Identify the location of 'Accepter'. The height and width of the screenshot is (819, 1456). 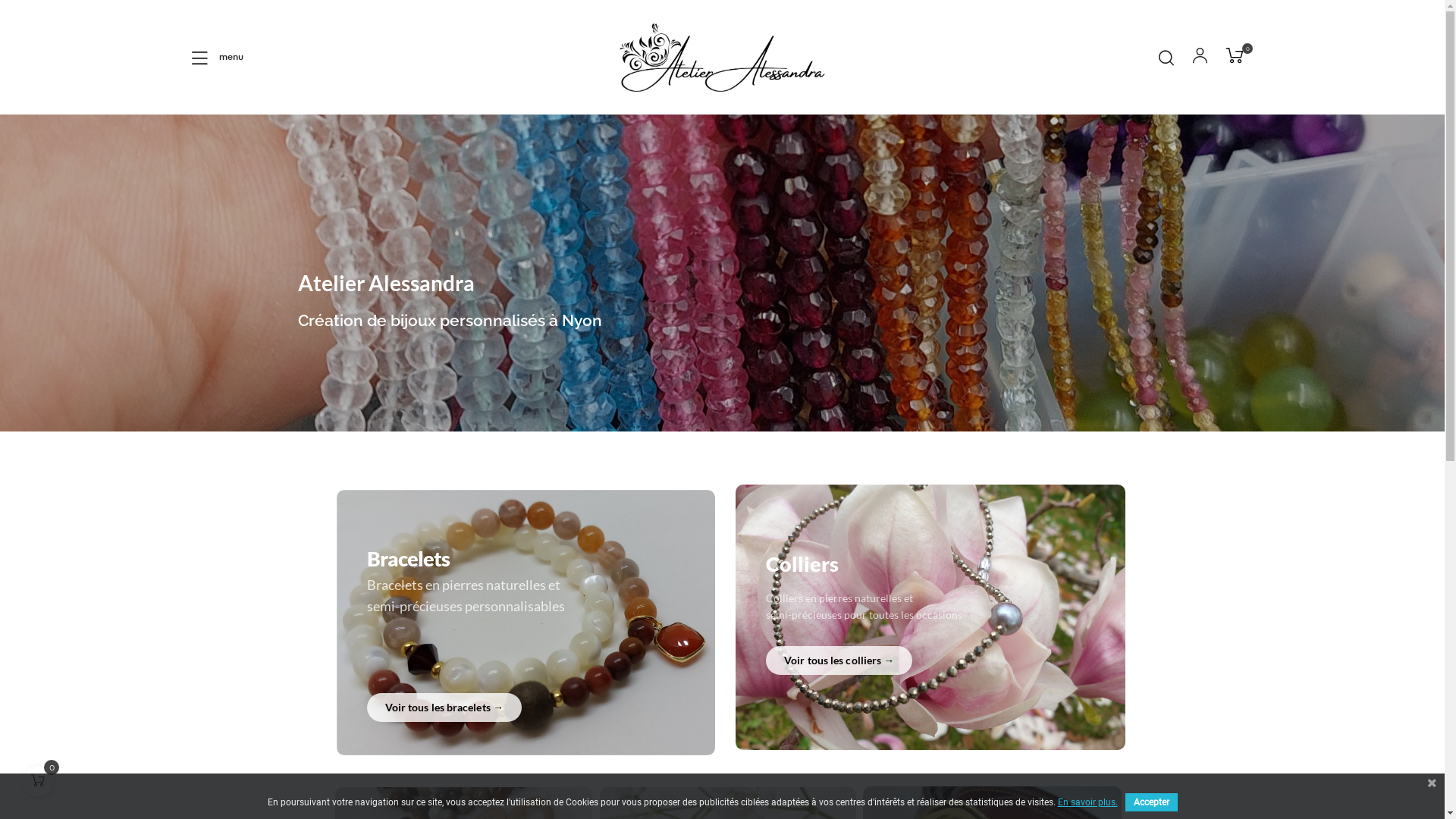
(1151, 801).